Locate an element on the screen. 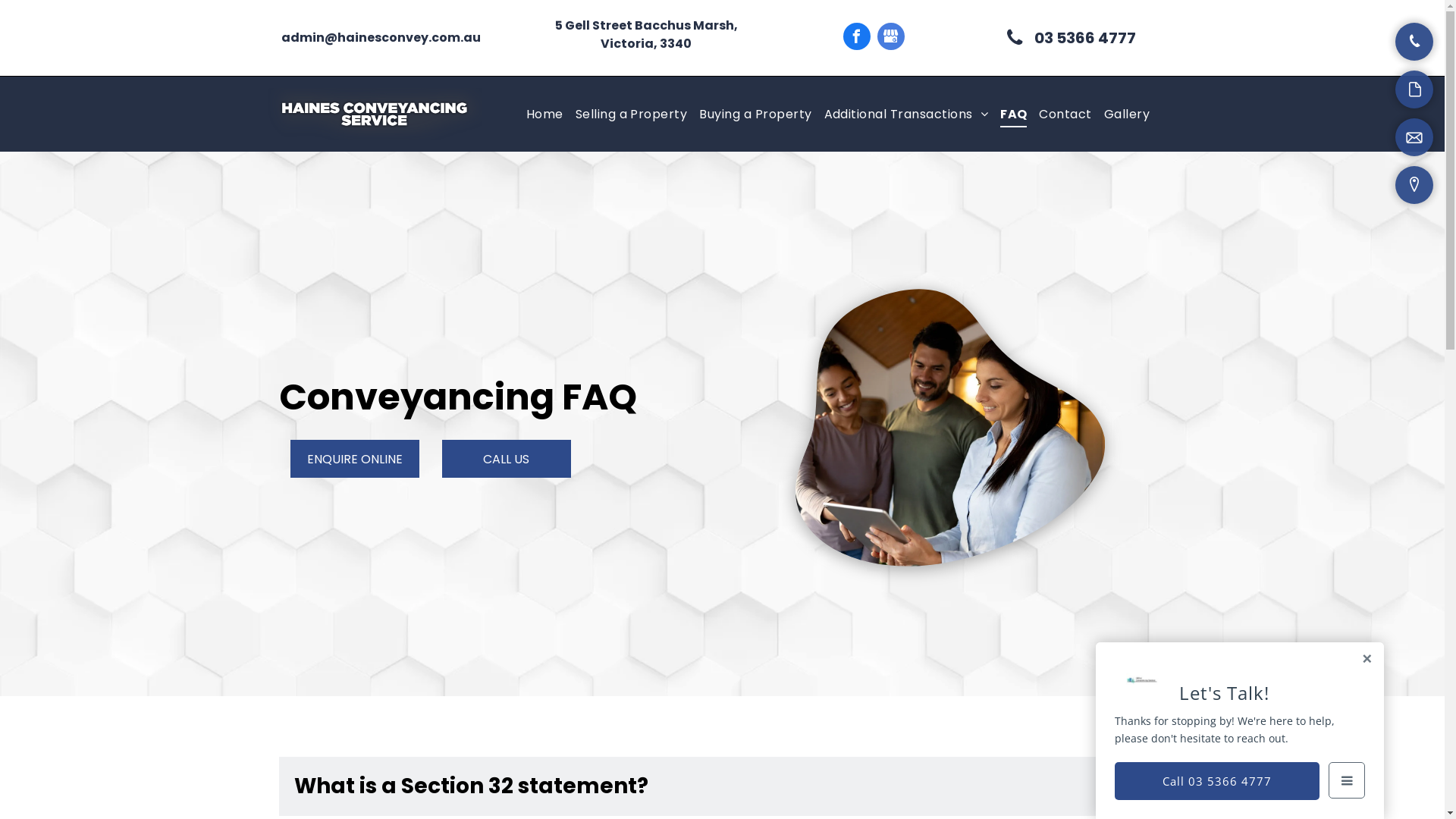  'Gallery' is located at coordinates (1127, 113).